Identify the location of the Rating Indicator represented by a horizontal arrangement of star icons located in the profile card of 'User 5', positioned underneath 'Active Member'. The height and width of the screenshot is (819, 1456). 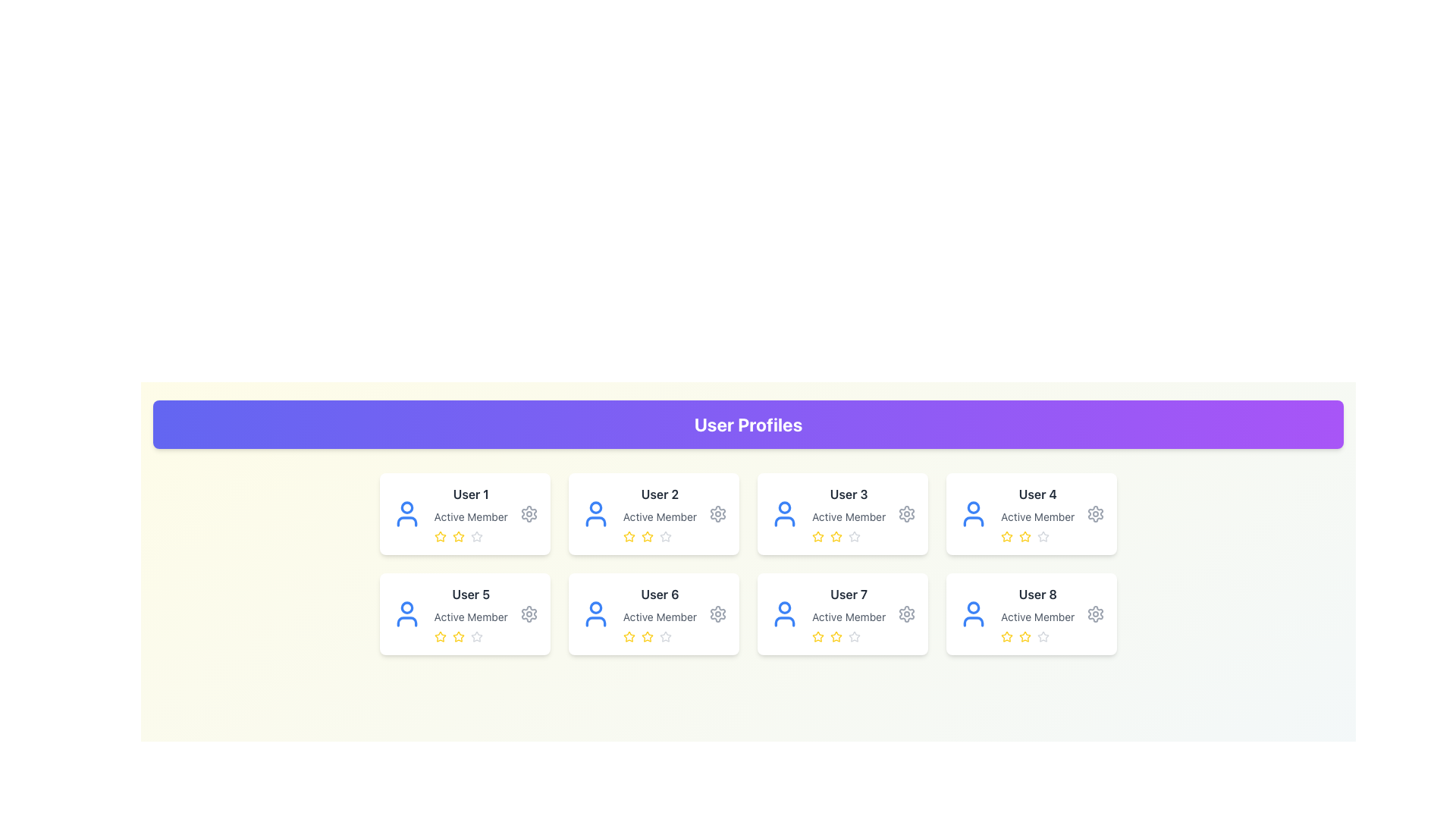
(470, 637).